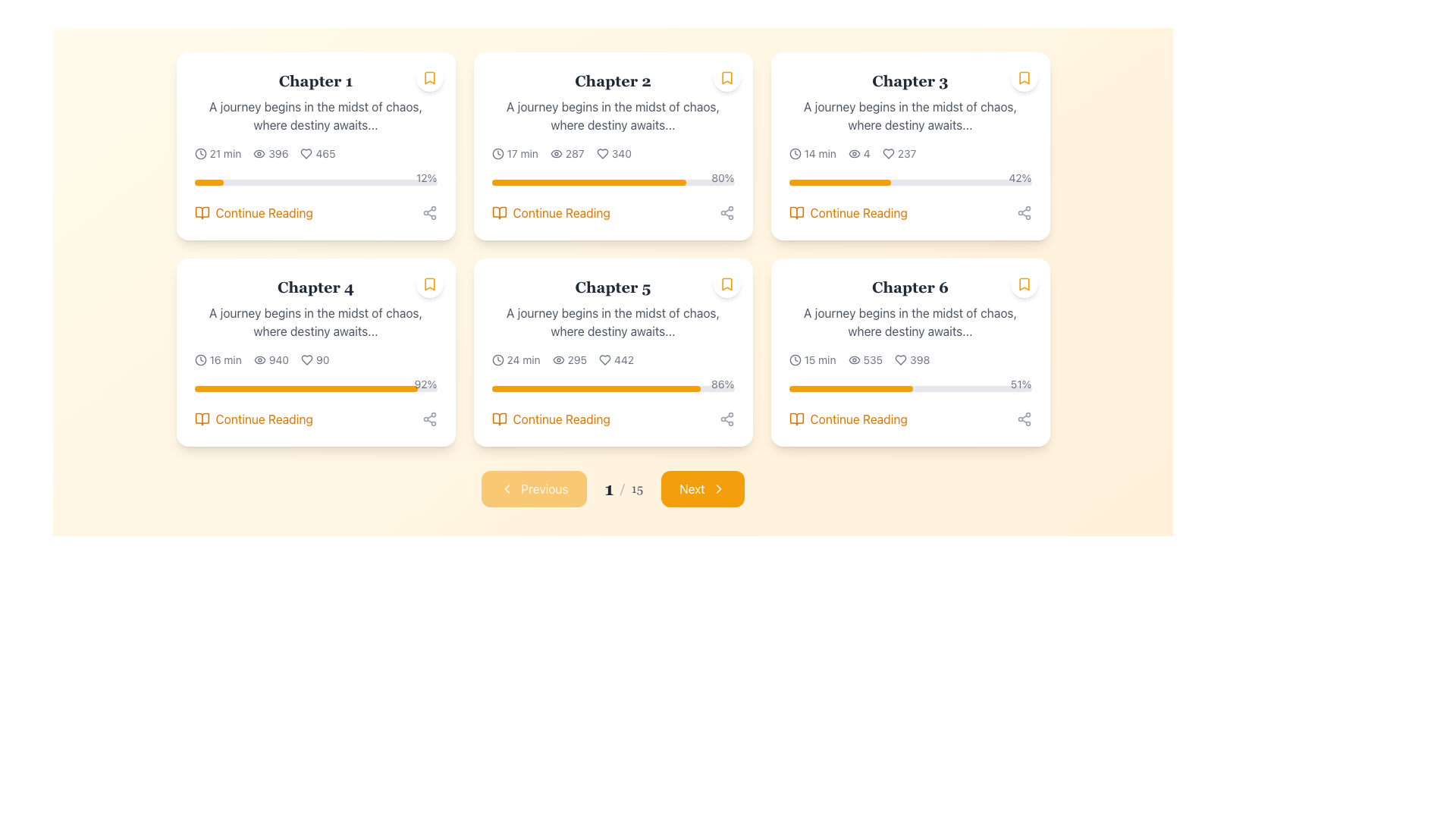 The width and height of the screenshot is (1456, 819). I want to click on the Bookmark icon located in the top-right corner of the sixth card labeled 'Chapter 6', so click(1024, 284).